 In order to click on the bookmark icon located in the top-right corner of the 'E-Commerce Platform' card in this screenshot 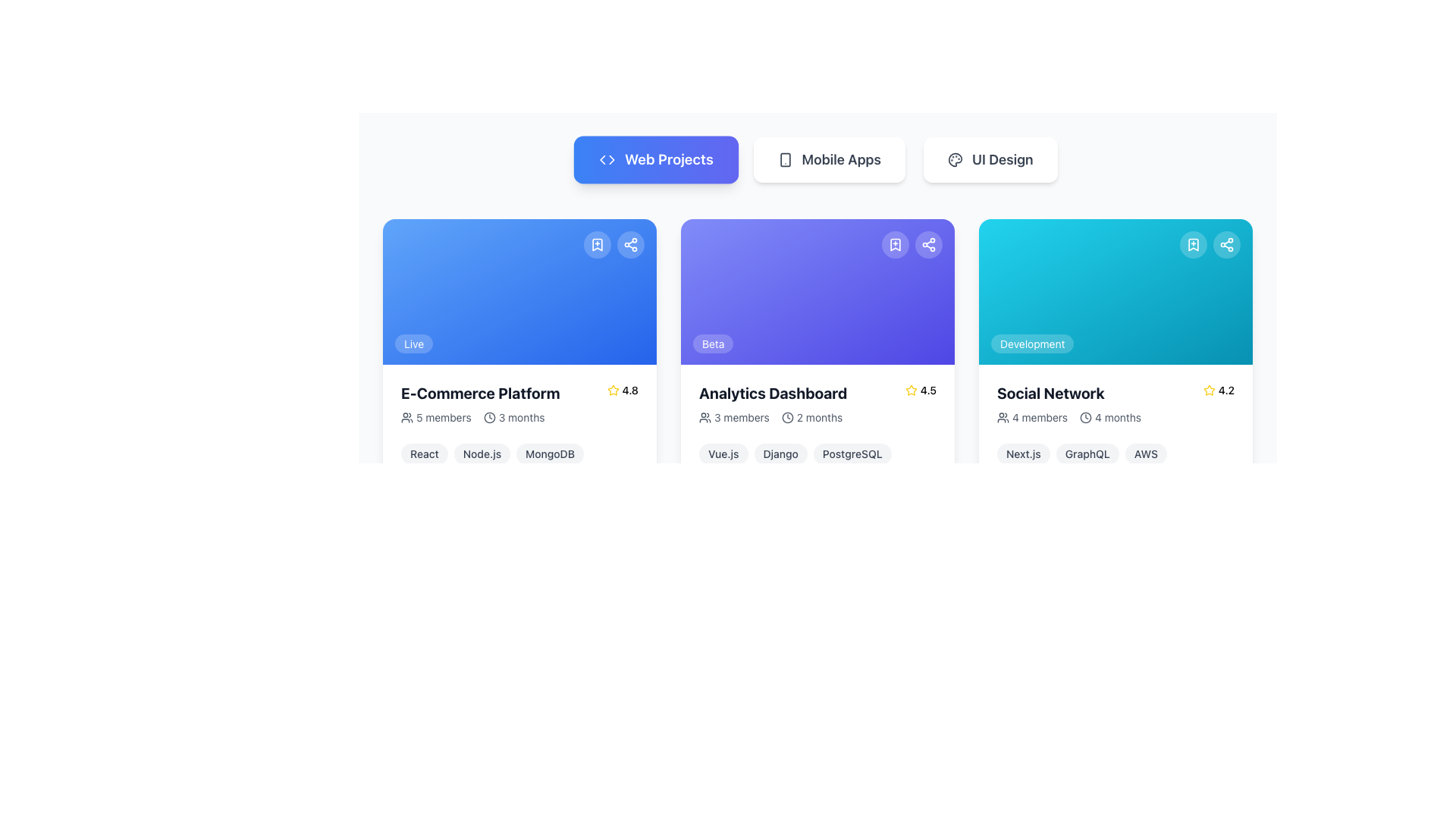, I will do `click(596, 244)`.